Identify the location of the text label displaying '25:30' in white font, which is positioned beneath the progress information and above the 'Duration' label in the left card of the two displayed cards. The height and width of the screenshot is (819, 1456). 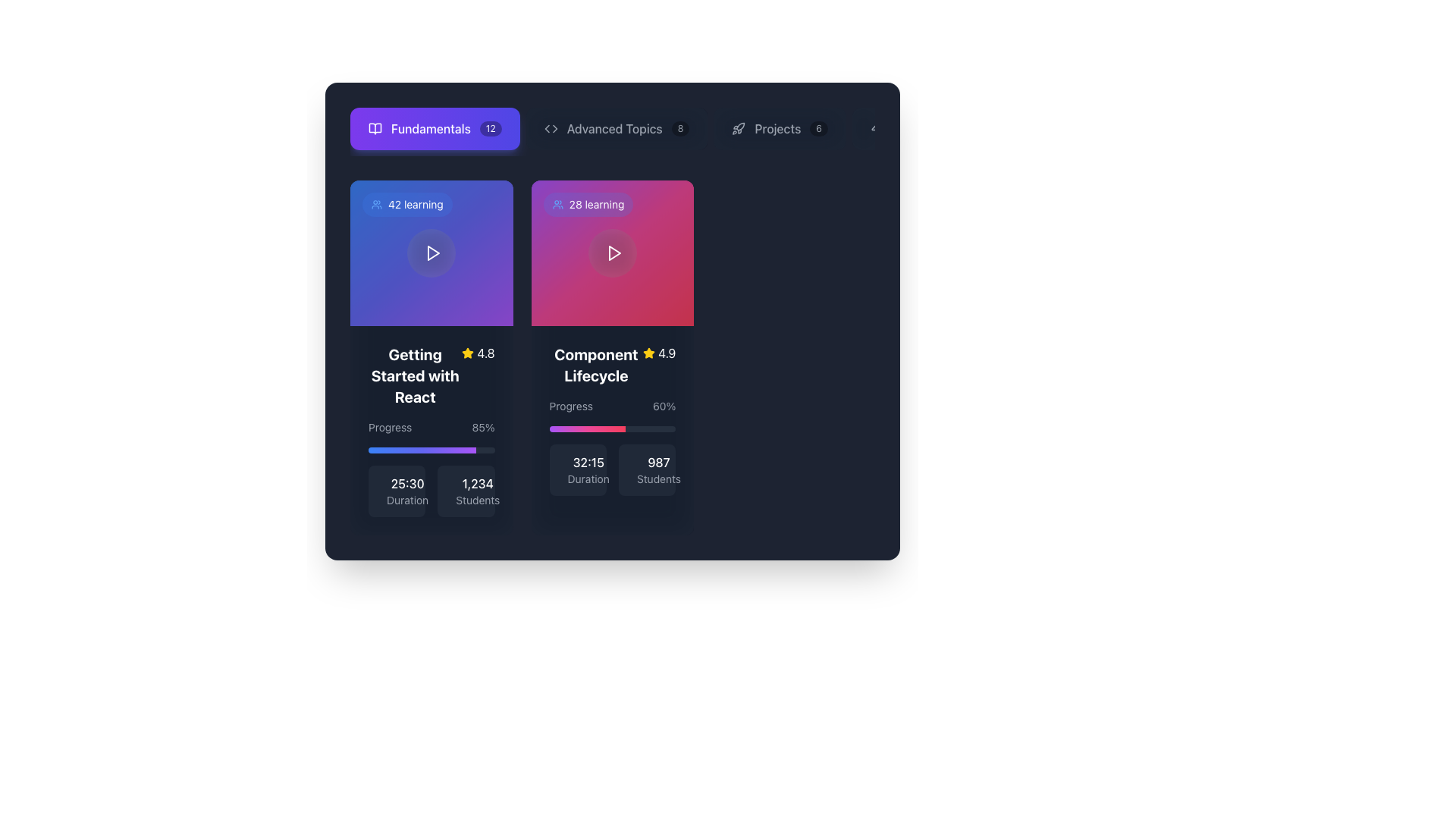
(407, 483).